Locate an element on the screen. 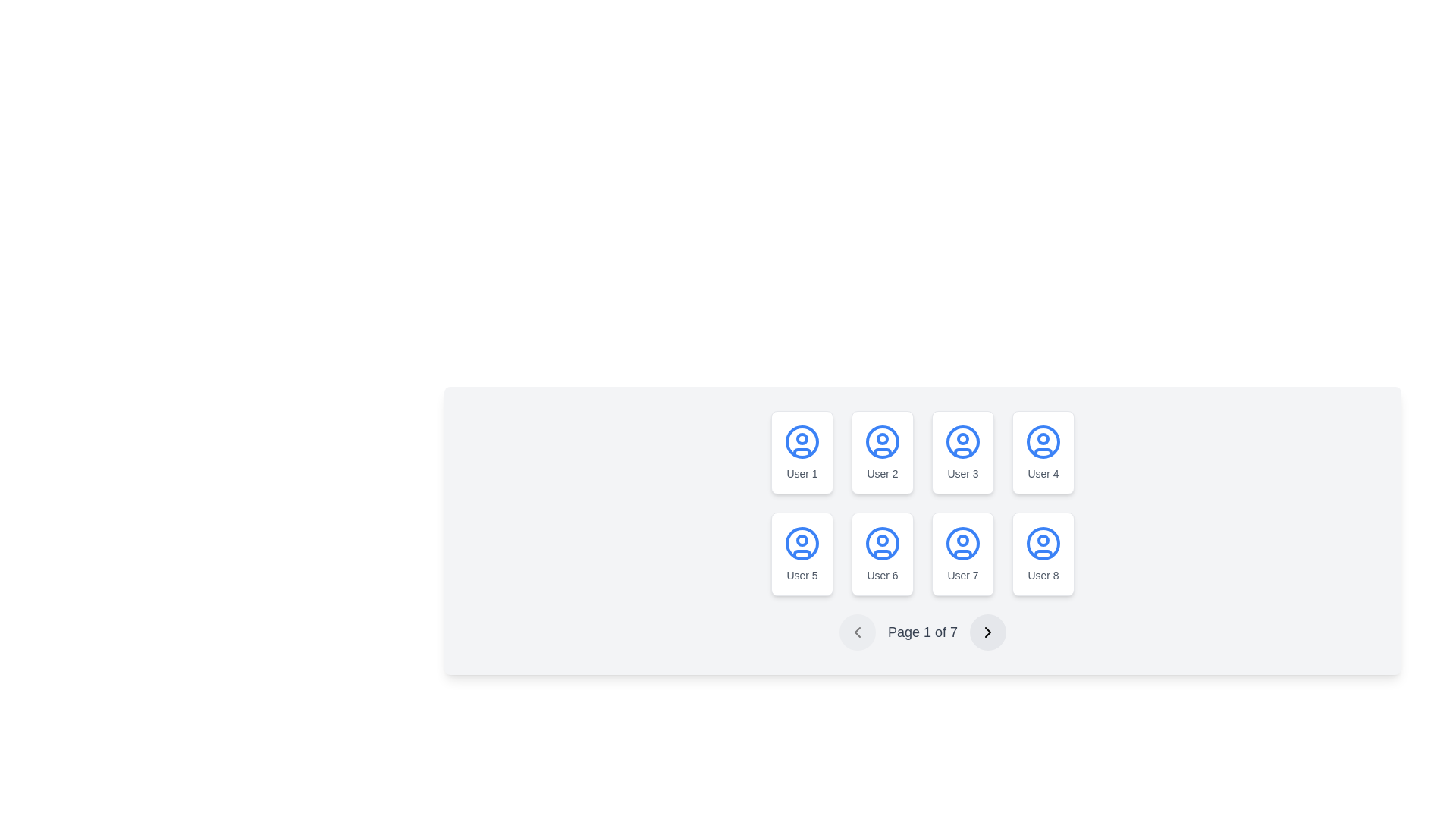 The height and width of the screenshot is (819, 1456). the text label displaying 'User 1', which is located at the bottom-center of the user card with a gray font and a white background is located at coordinates (801, 472).